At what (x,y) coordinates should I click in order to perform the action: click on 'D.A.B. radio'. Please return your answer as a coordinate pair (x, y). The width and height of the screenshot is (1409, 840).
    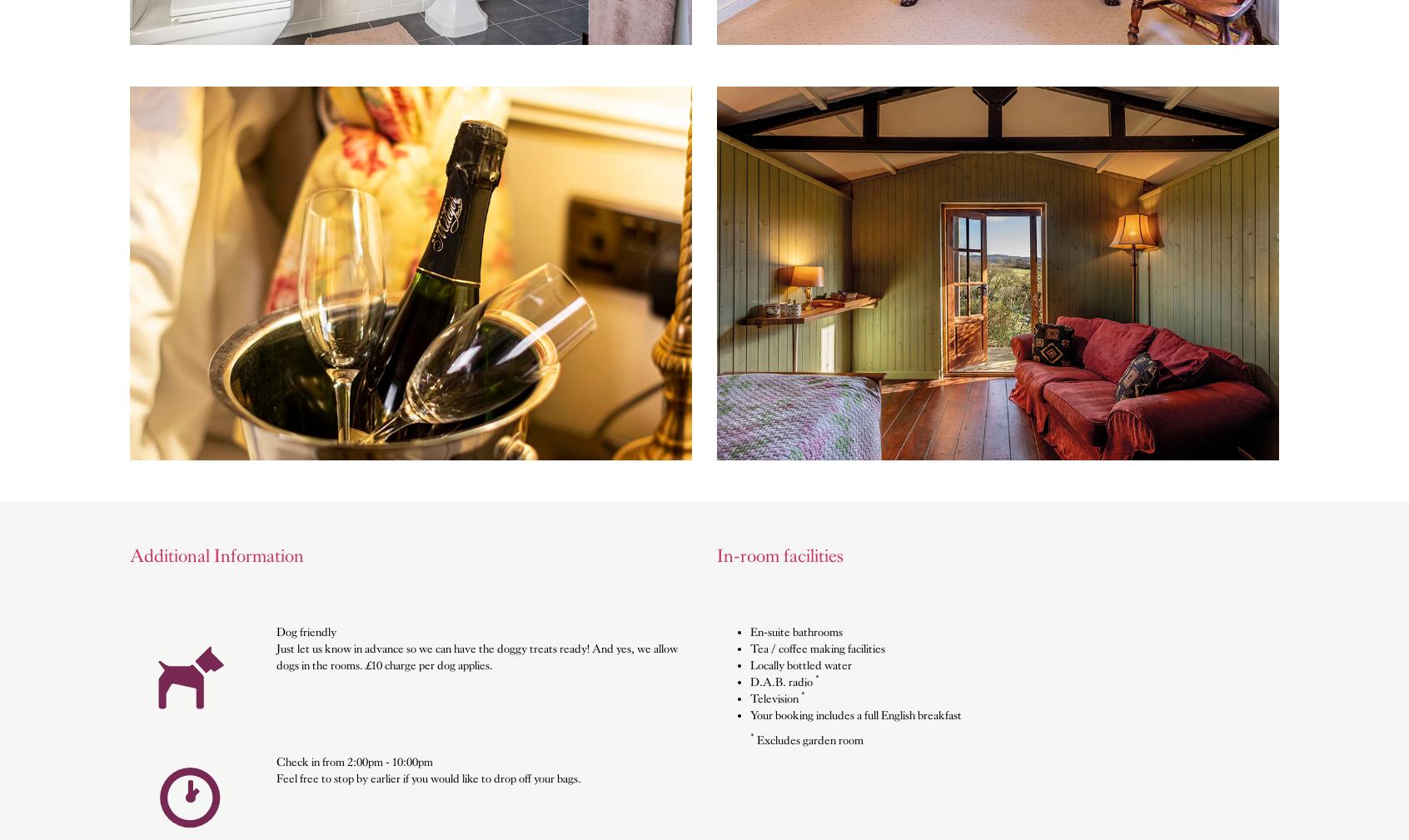
    Looking at the image, I should click on (782, 681).